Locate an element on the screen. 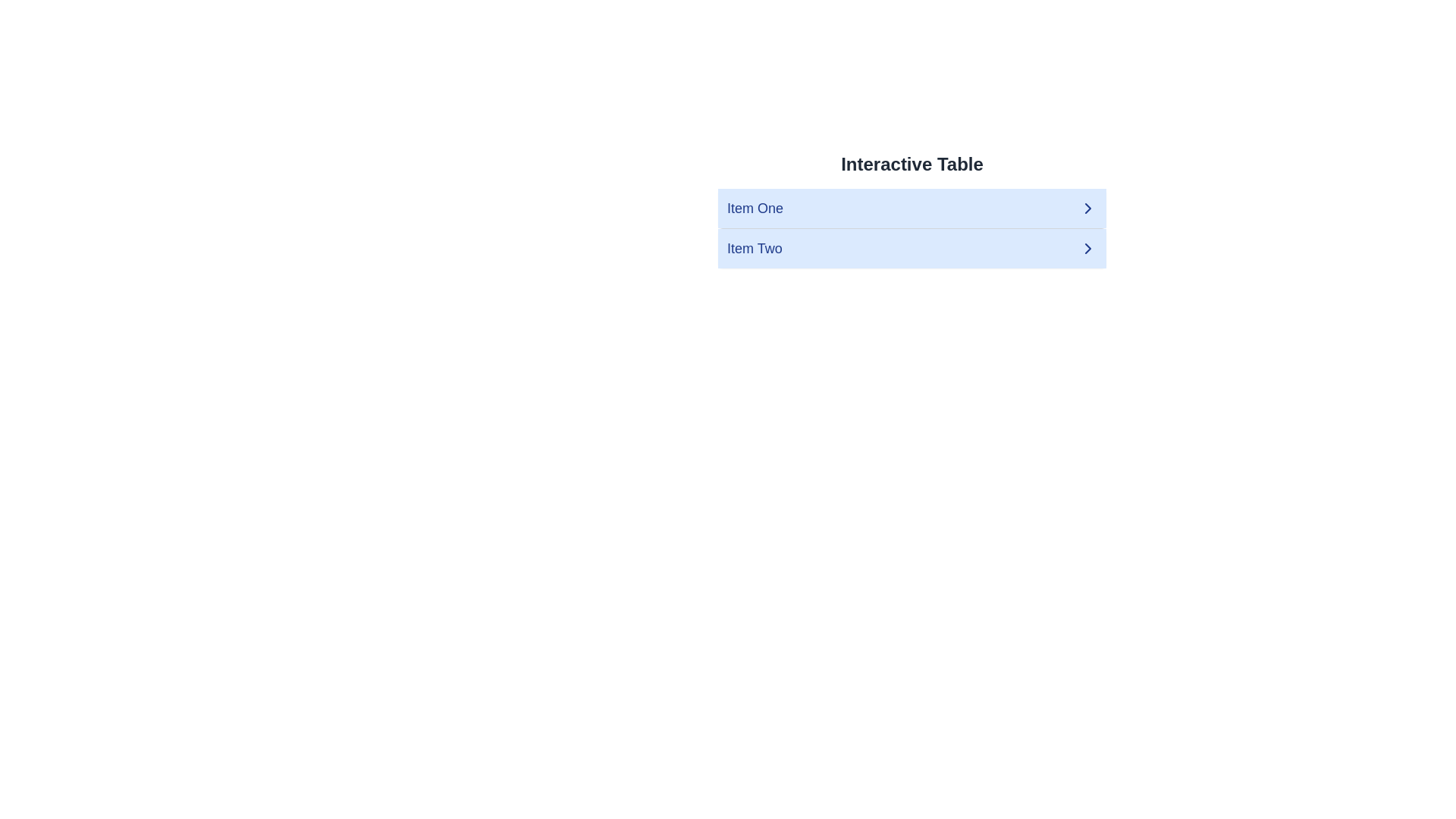 This screenshot has height=819, width=1456. the header text label located at the top of the vertically aligned layout, which identifies the related list items below it is located at coordinates (912, 164).